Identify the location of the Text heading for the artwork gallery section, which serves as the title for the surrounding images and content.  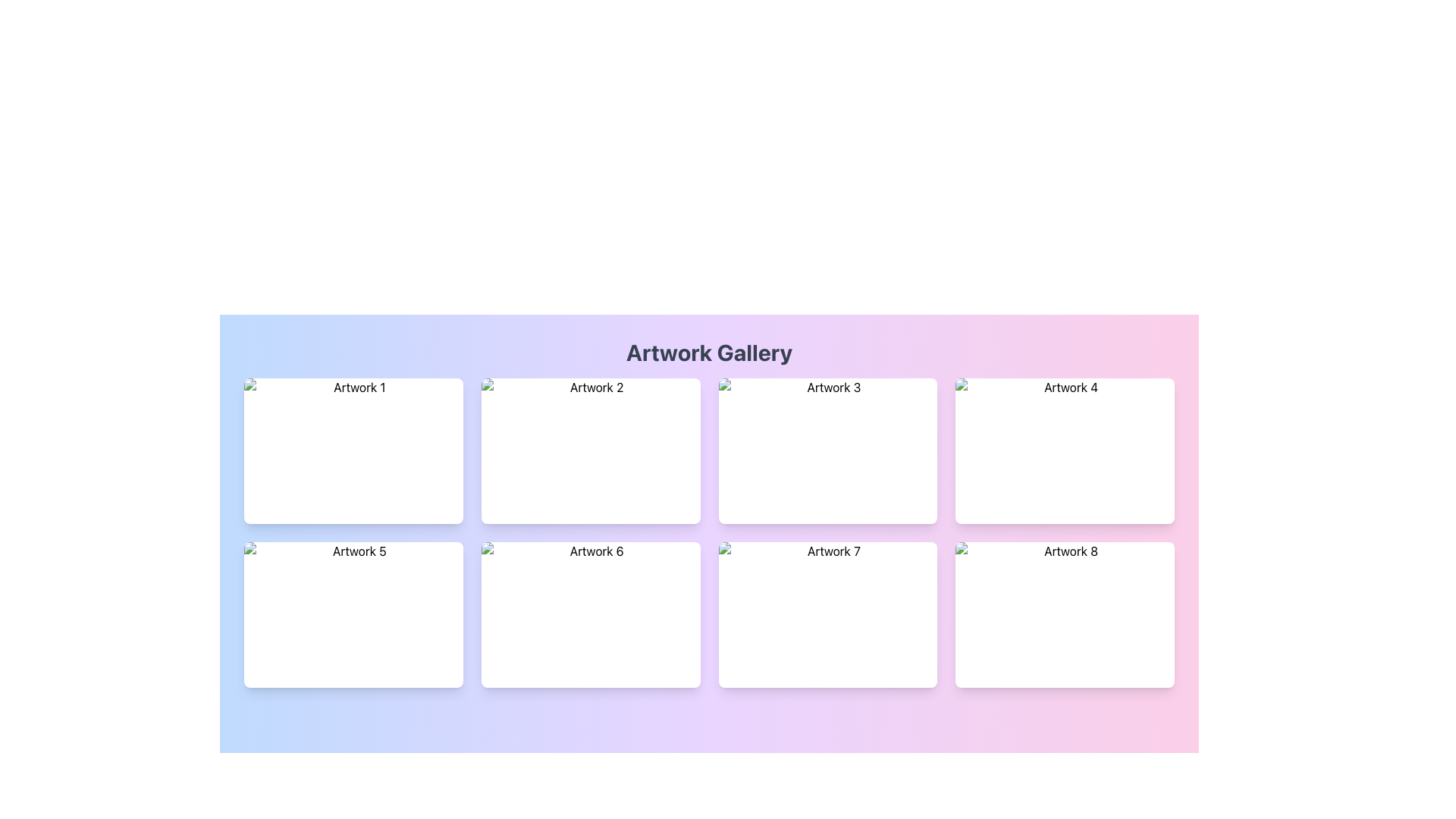
(708, 353).